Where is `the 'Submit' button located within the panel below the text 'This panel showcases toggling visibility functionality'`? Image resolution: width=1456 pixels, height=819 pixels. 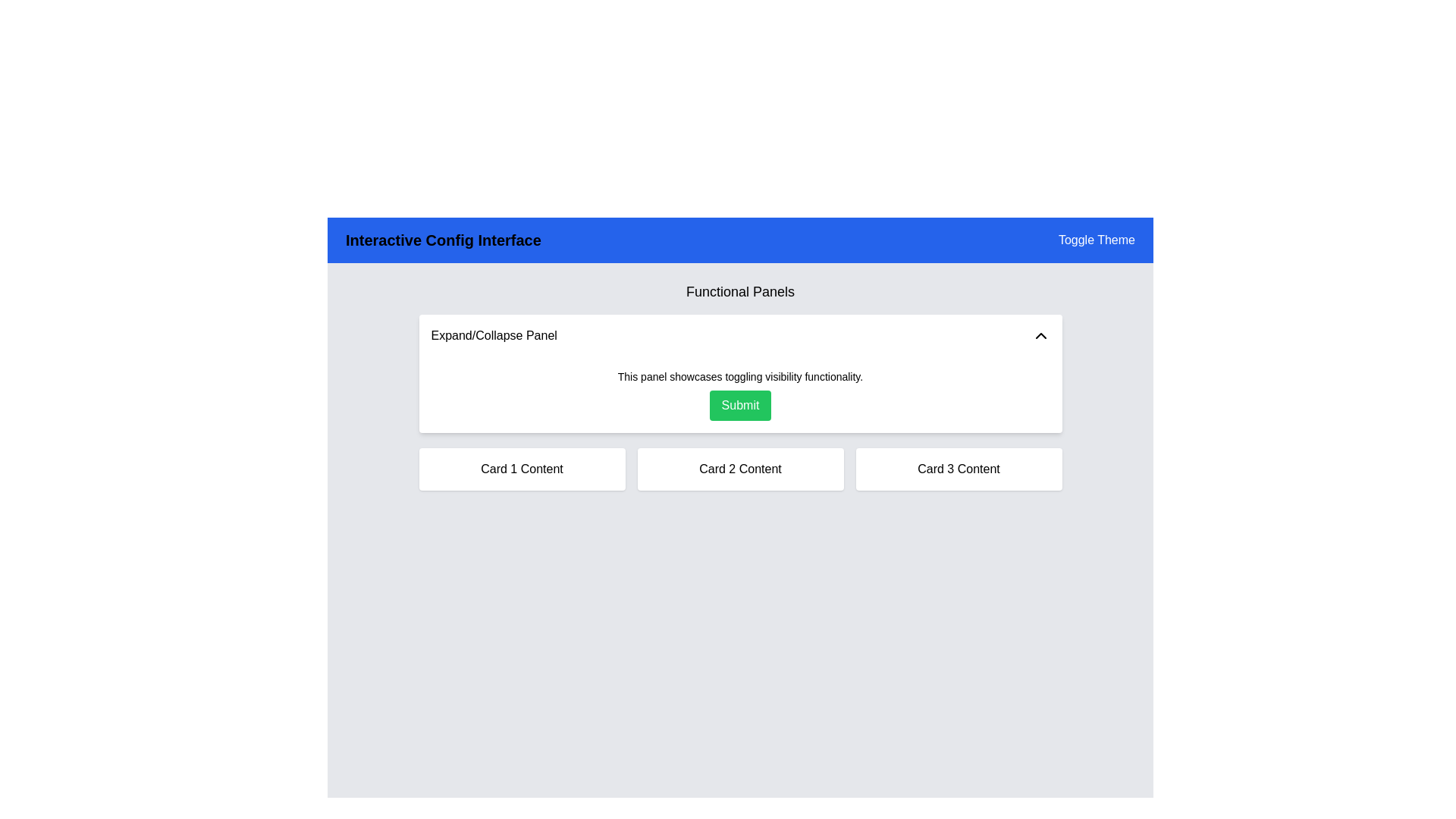 the 'Submit' button located within the panel below the text 'This panel showcases toggling visibility functionality' is located at coordinates (740, 405).